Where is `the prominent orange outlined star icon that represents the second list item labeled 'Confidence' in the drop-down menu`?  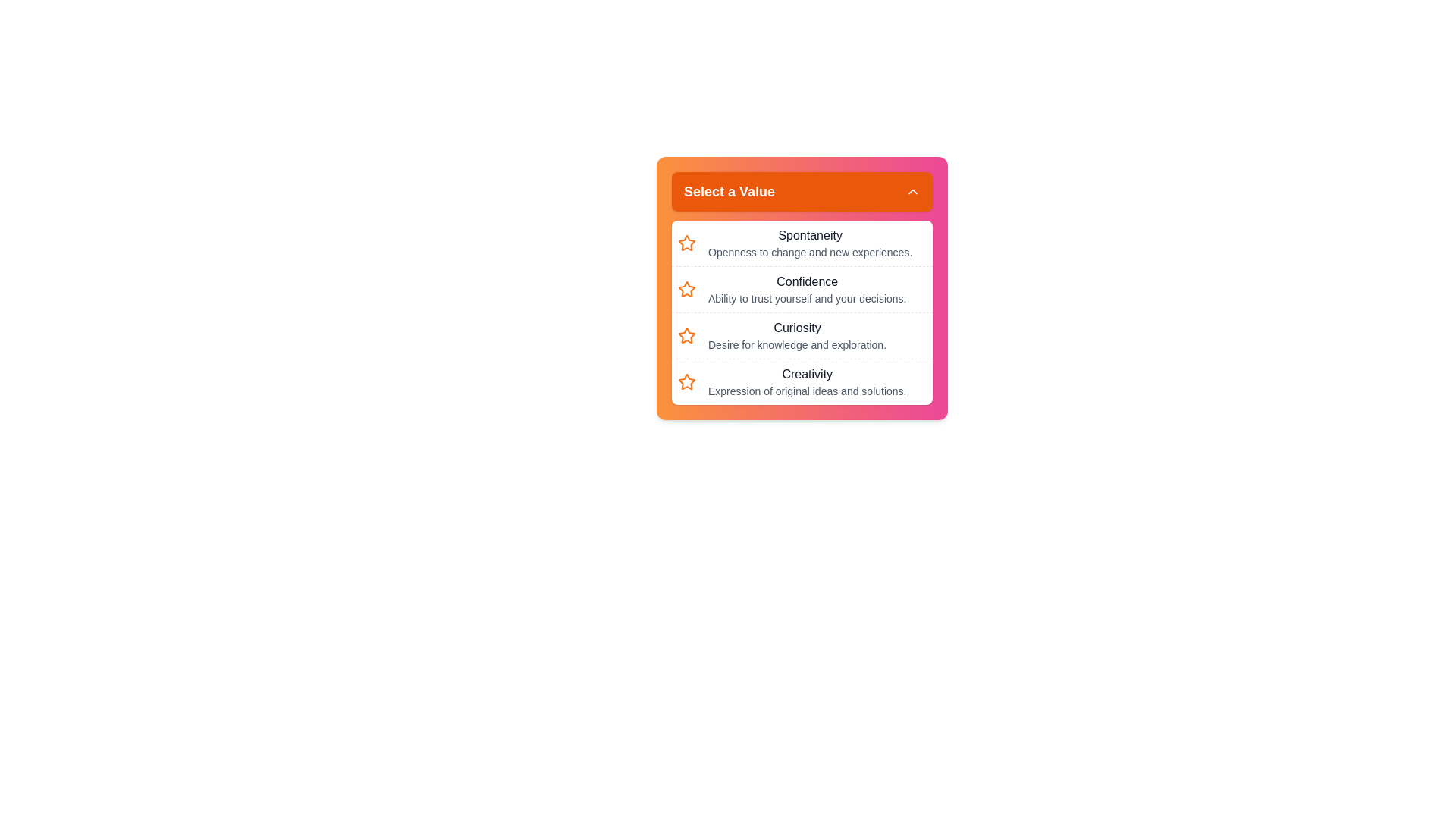 the prominent orange outlined star icon that represents the second list item labeled 'Confidence' in the drop-down menu is located at coordinates (686, 289).